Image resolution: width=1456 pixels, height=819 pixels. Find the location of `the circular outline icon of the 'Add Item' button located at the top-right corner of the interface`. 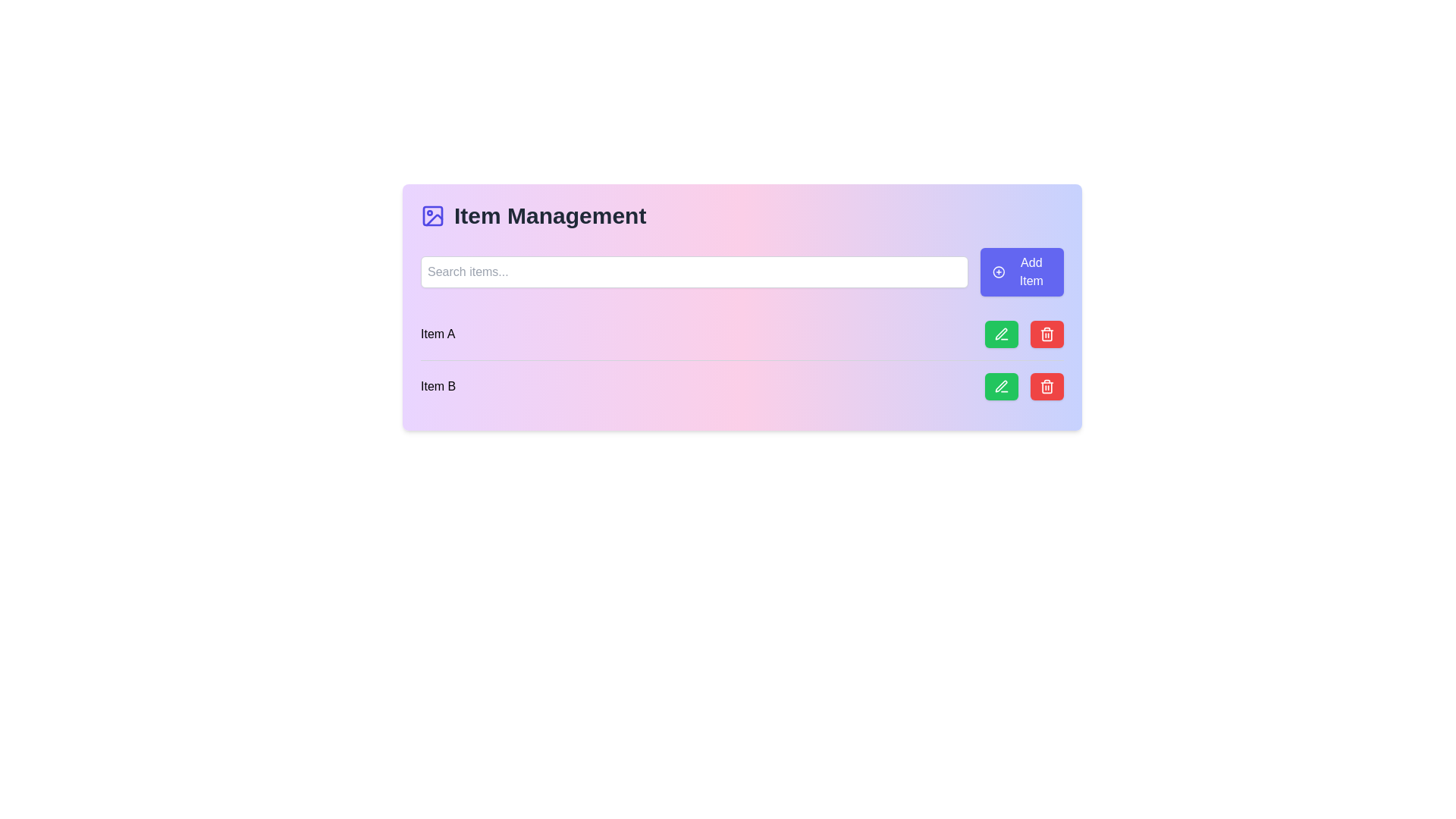

the circular outline icon of the 'Add Item' button located at the top-right corner of the interface is located at coordinates (999, 271).